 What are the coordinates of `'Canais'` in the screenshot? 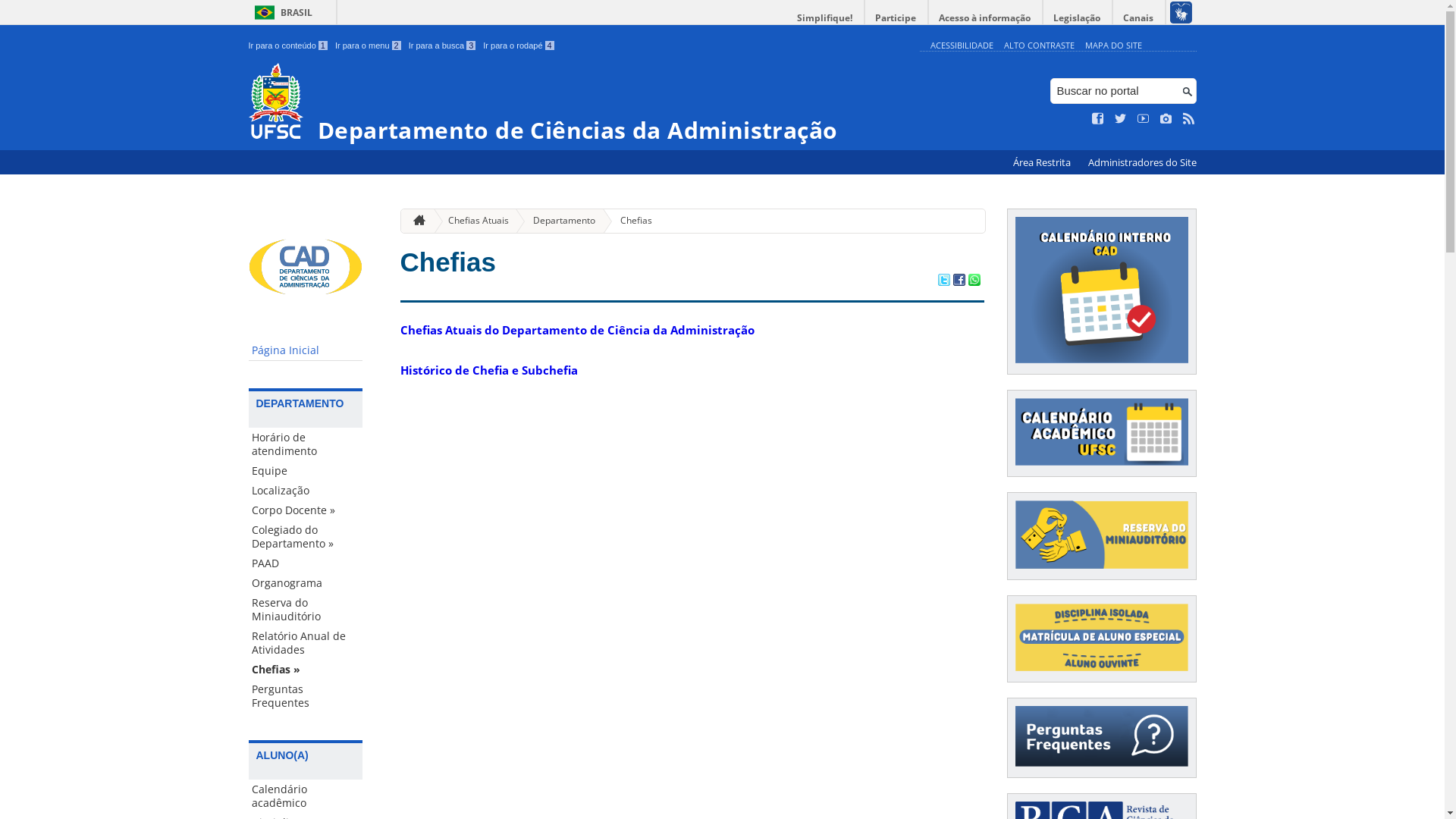 It's located at (1113, 17).